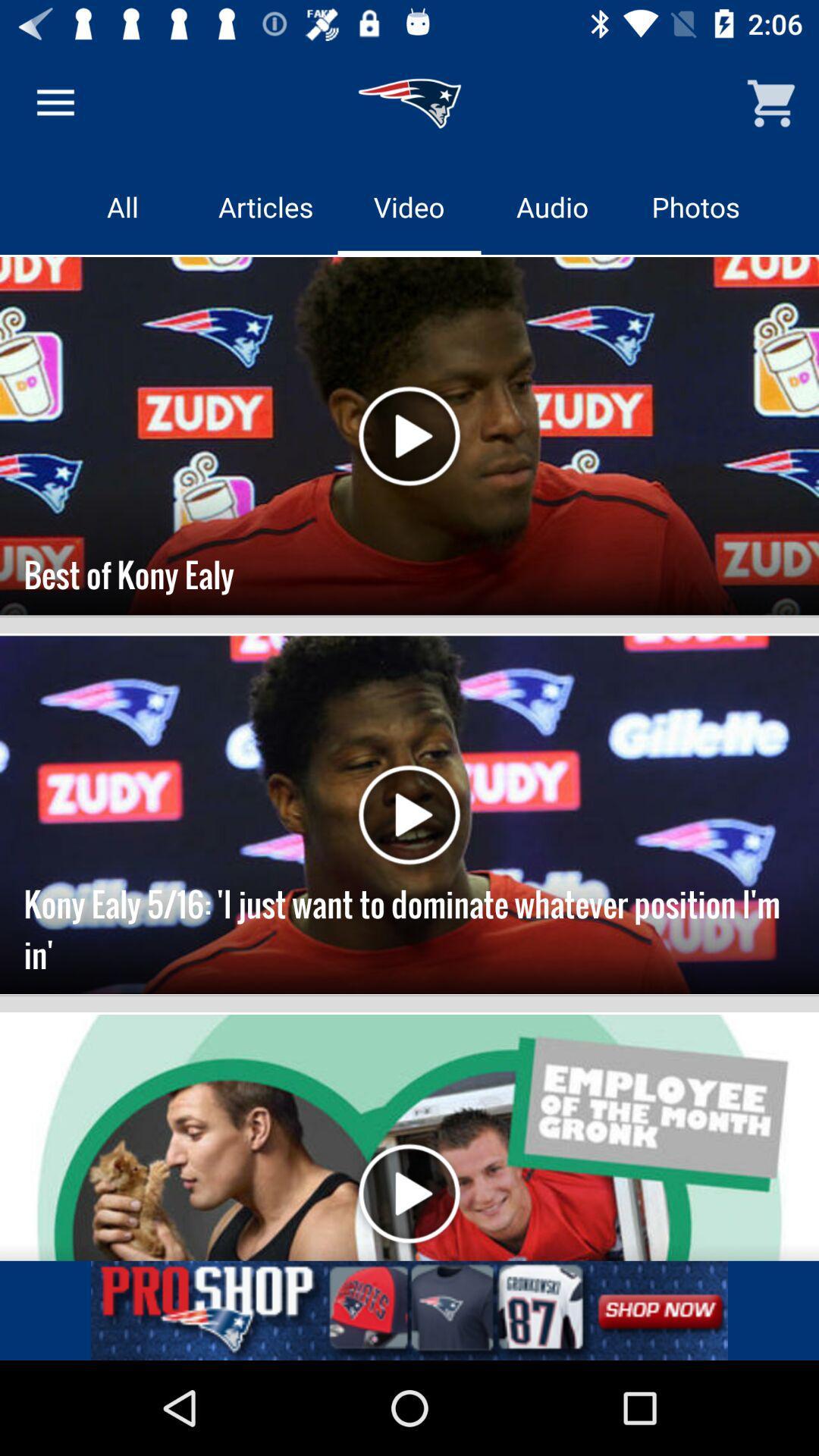 The width and height of the screenshot is (819, 1456). What do you see at coordinates (409, 1310) in the screenshot?
I see `shopping the product` at bounding box center [409, 1310].